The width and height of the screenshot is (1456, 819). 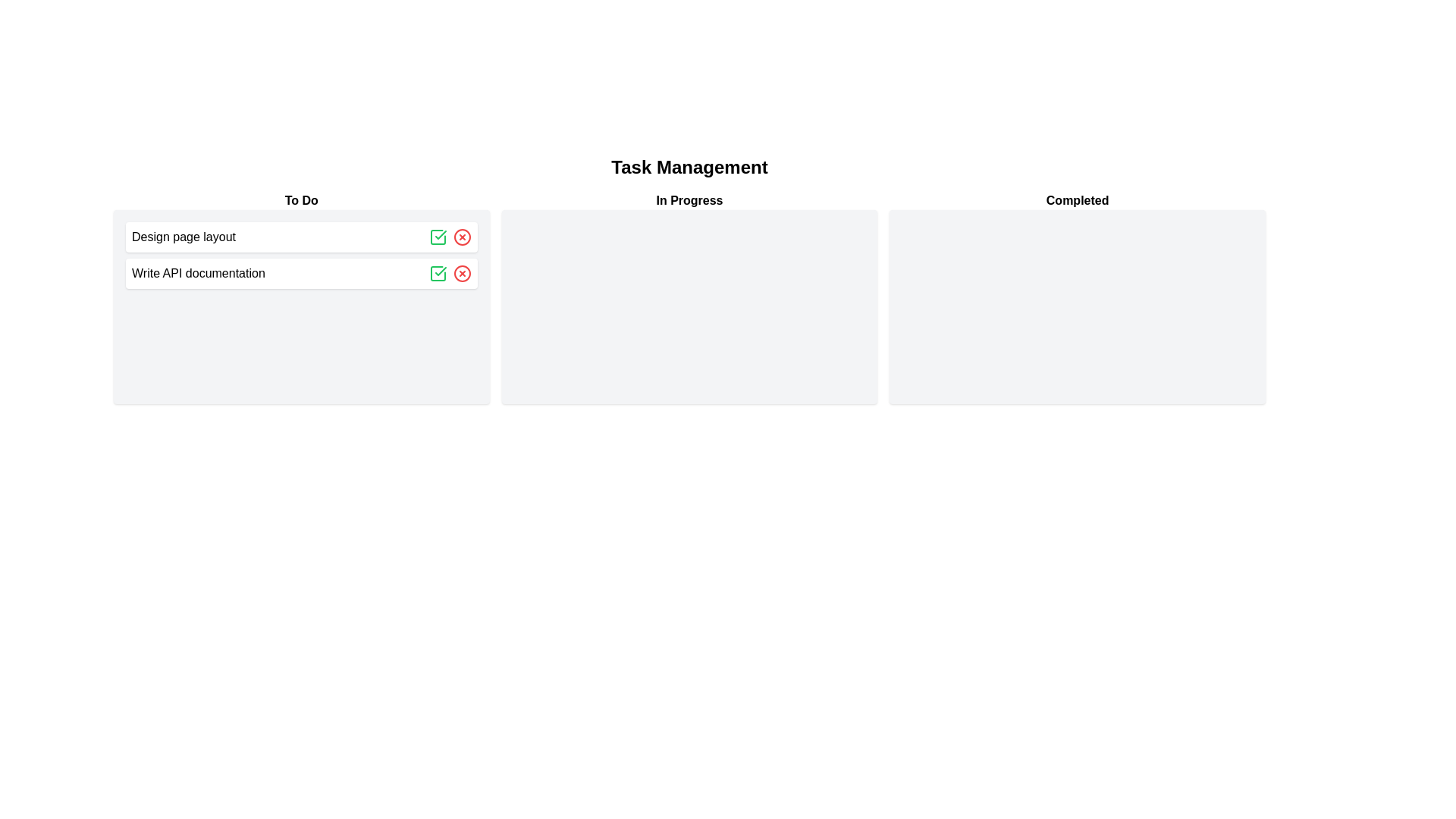 I want to click on the header labeled 'In Progress' to interact with it, so click(x=689, y=200).